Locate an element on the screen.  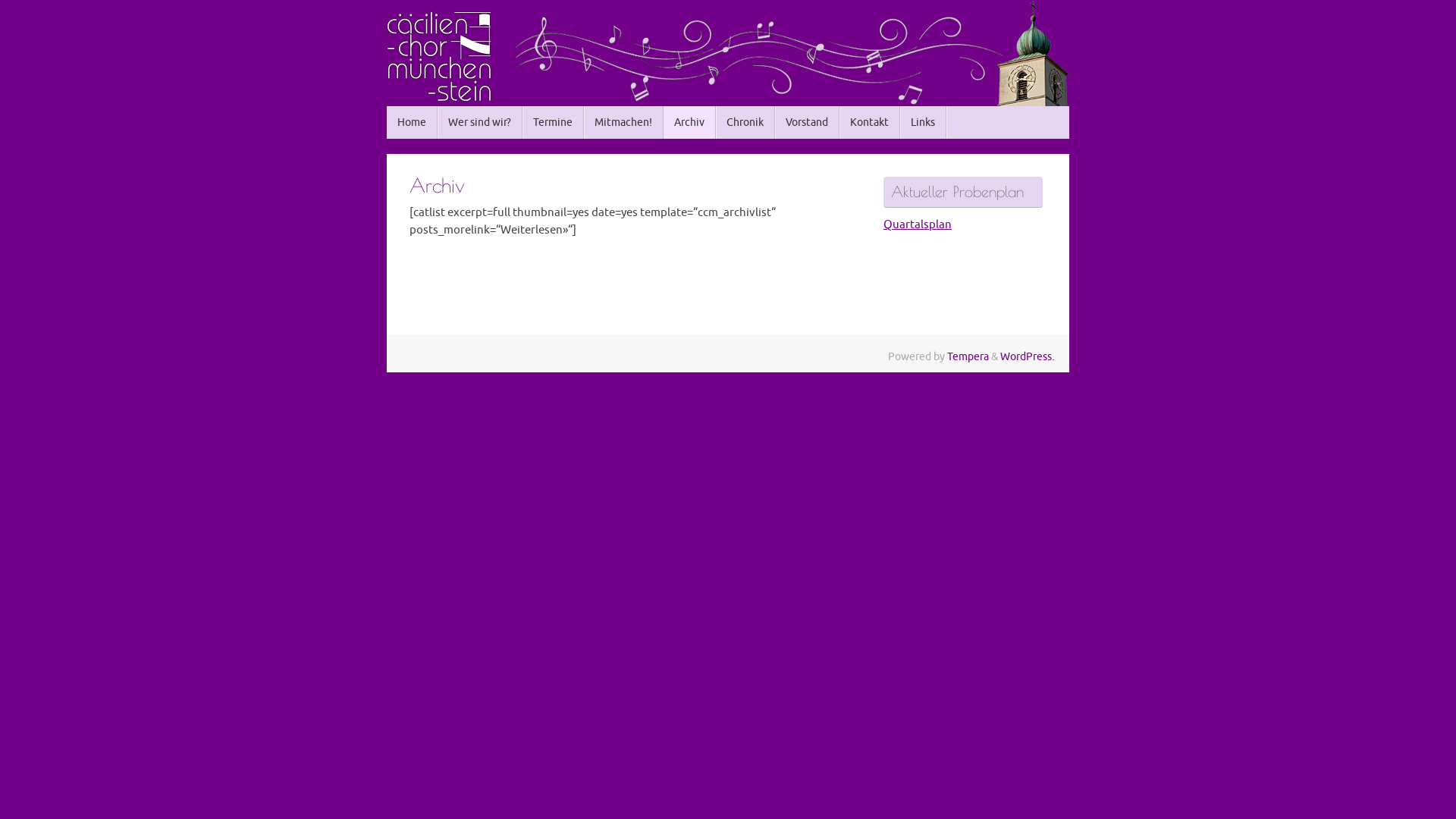
'Mitmachen!' is located at coordinates (623, 121).